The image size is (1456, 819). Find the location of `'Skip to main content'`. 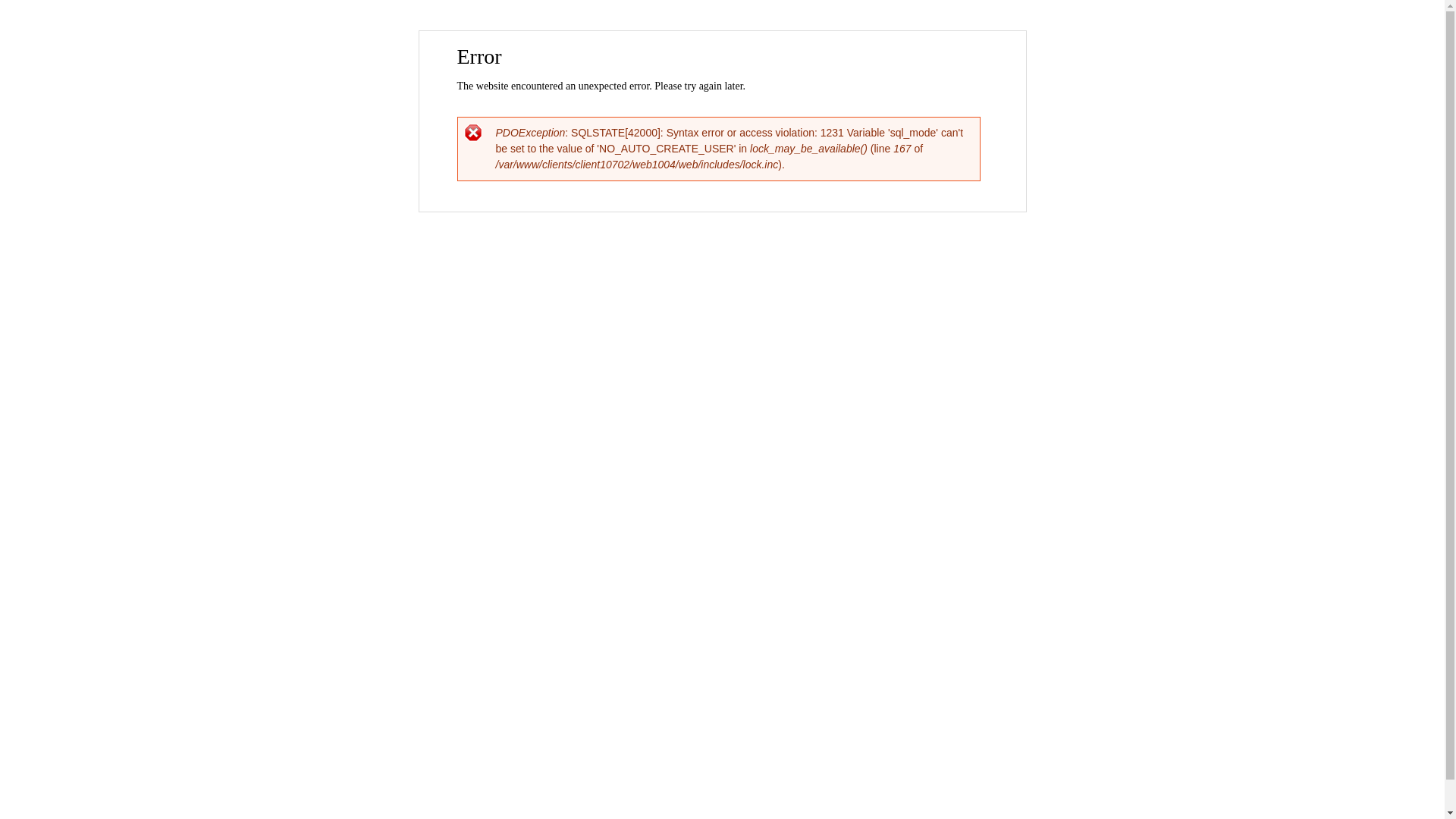

'Skip to main content' is located at coordinates (689, 32).